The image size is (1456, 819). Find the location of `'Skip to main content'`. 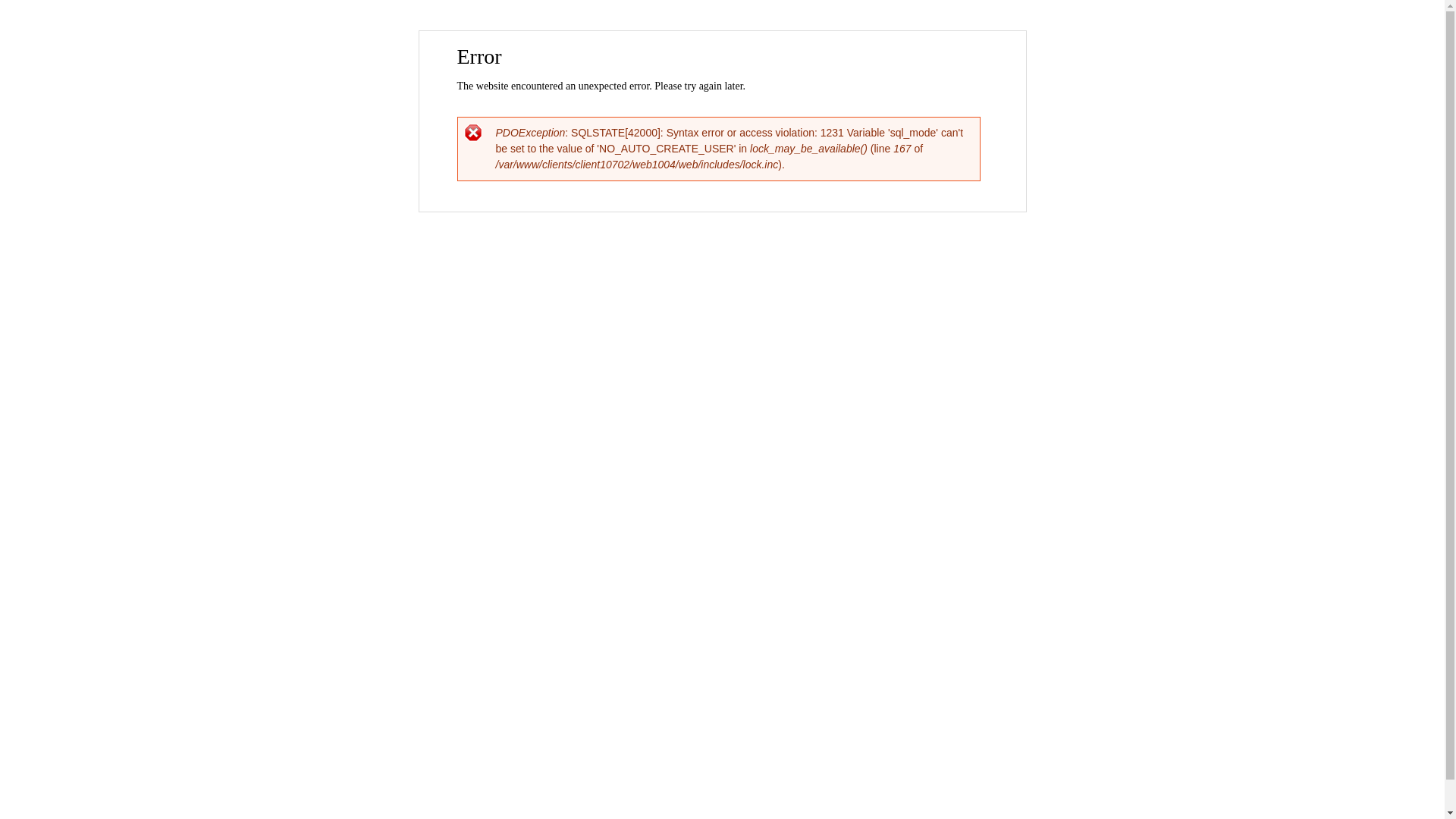

'Skip to main content' is located at coordinates (689, 32).